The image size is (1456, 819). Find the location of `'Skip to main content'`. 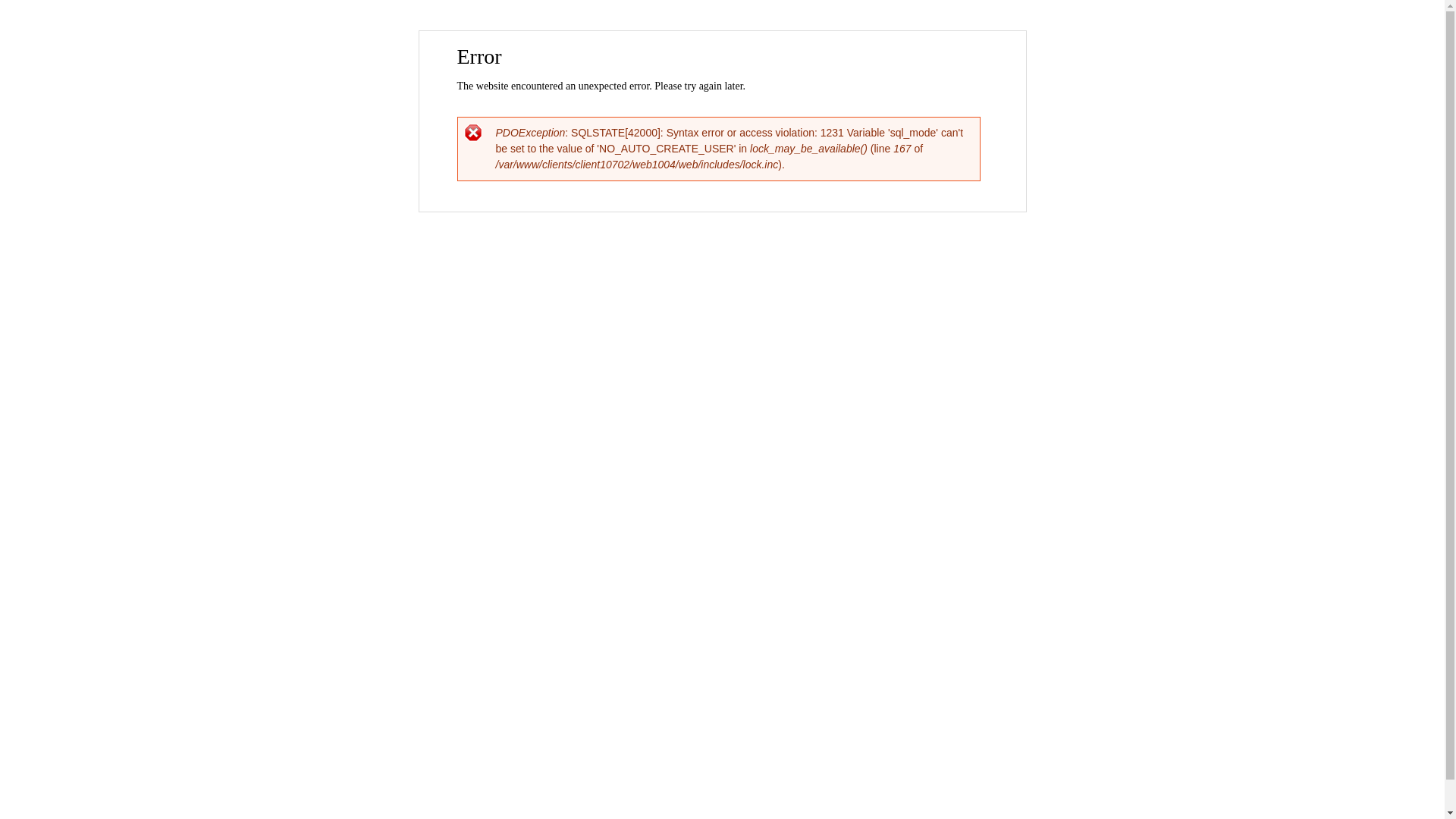

'Skip to main content' is located at coordinates (689, 32).